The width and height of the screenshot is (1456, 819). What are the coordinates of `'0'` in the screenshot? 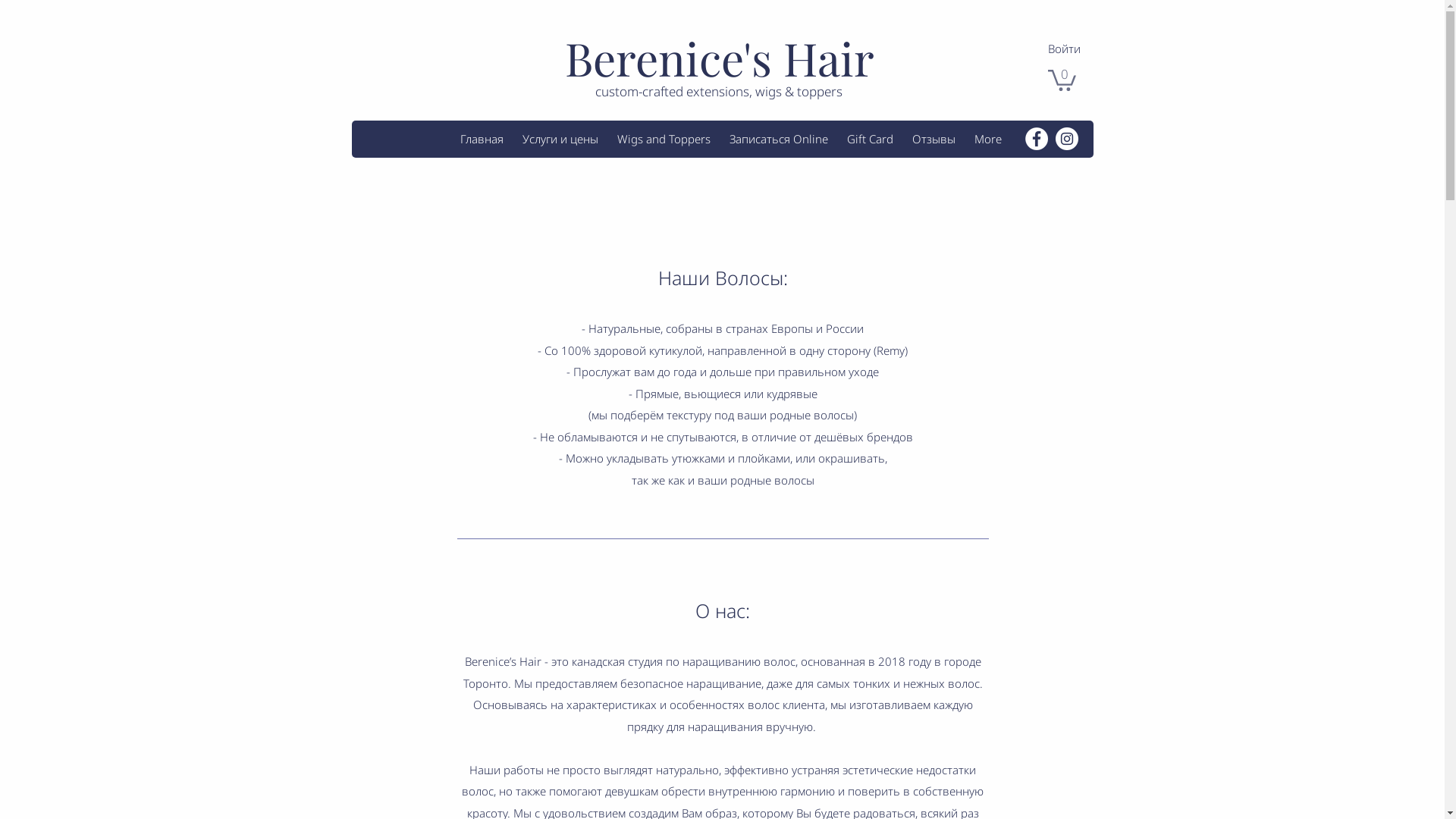 It's located at (1061, 79).